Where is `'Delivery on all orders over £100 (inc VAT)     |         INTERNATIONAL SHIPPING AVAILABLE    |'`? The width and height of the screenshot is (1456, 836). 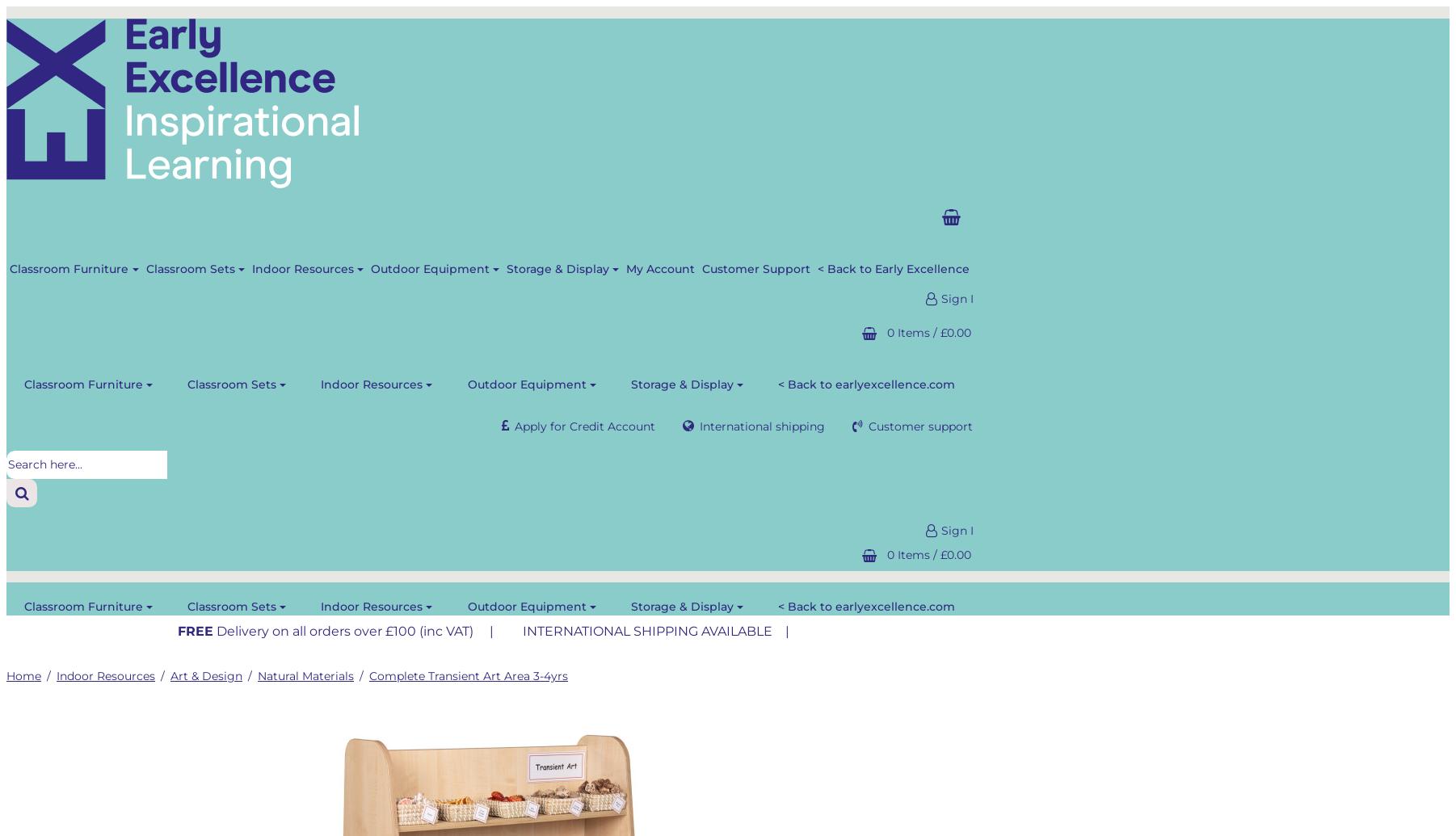 'Delivery on all orders over £100 (inc VAT)     |         INTERNATIONAL SHIPPING AVAILABLE    |' is located at coordinates (503, 630).